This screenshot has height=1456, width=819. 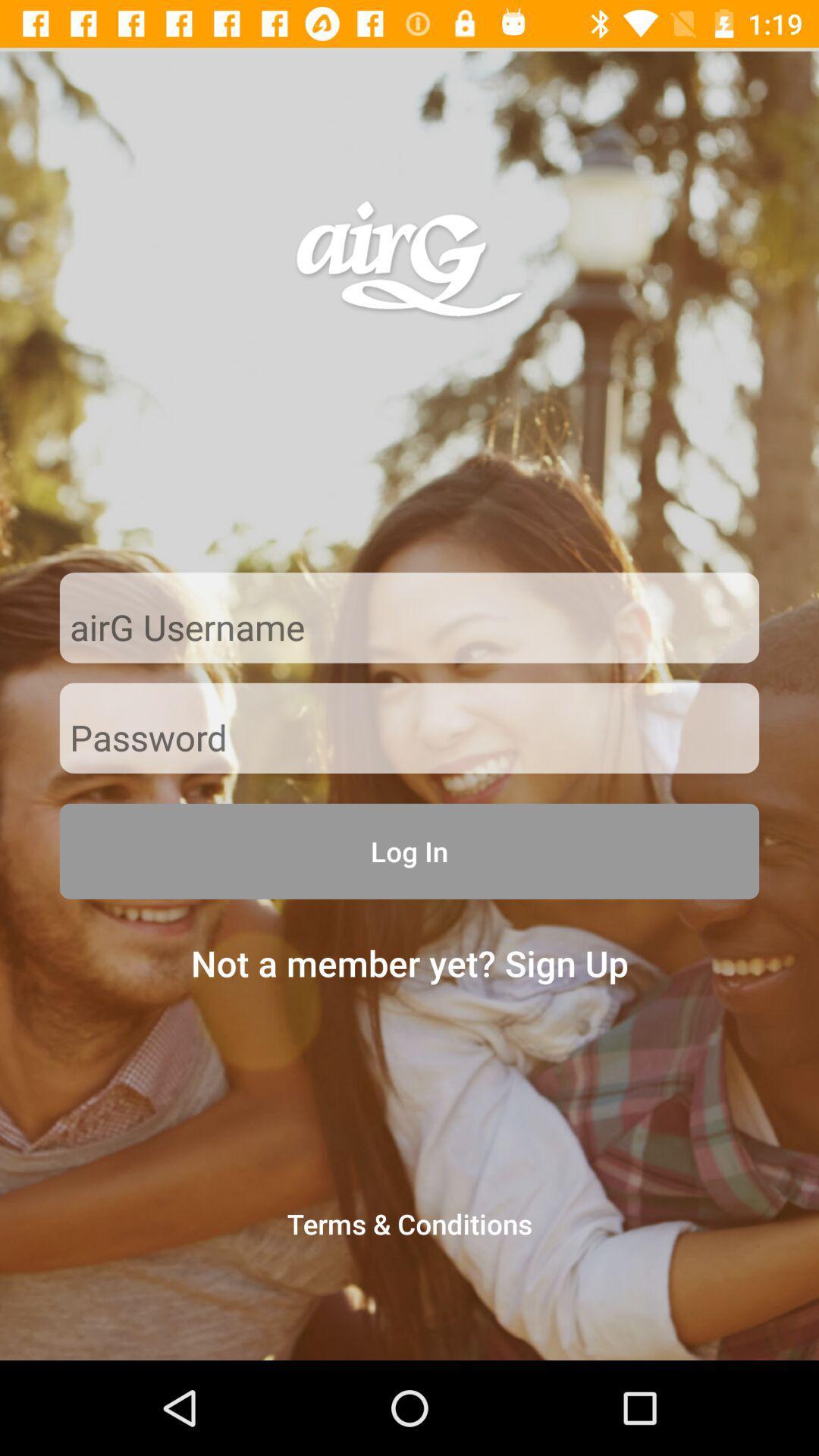 I want to click on write the username, so click(x=409, y=629).